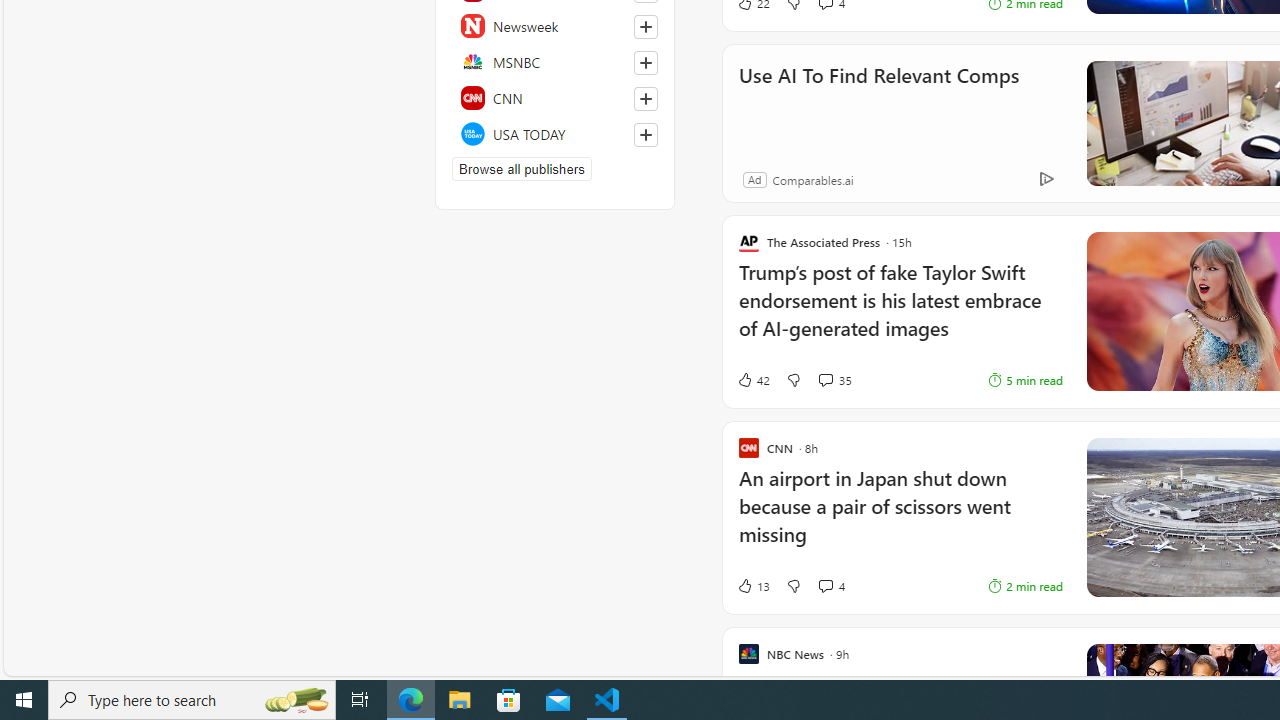 Image resolution: width=1280 pixels, height=720 pixels. What do you see at coordinates (878, 102) in the screenshot?
I see `'Use AI To Find Relevant Comps'` at bounding box center [878, 102].